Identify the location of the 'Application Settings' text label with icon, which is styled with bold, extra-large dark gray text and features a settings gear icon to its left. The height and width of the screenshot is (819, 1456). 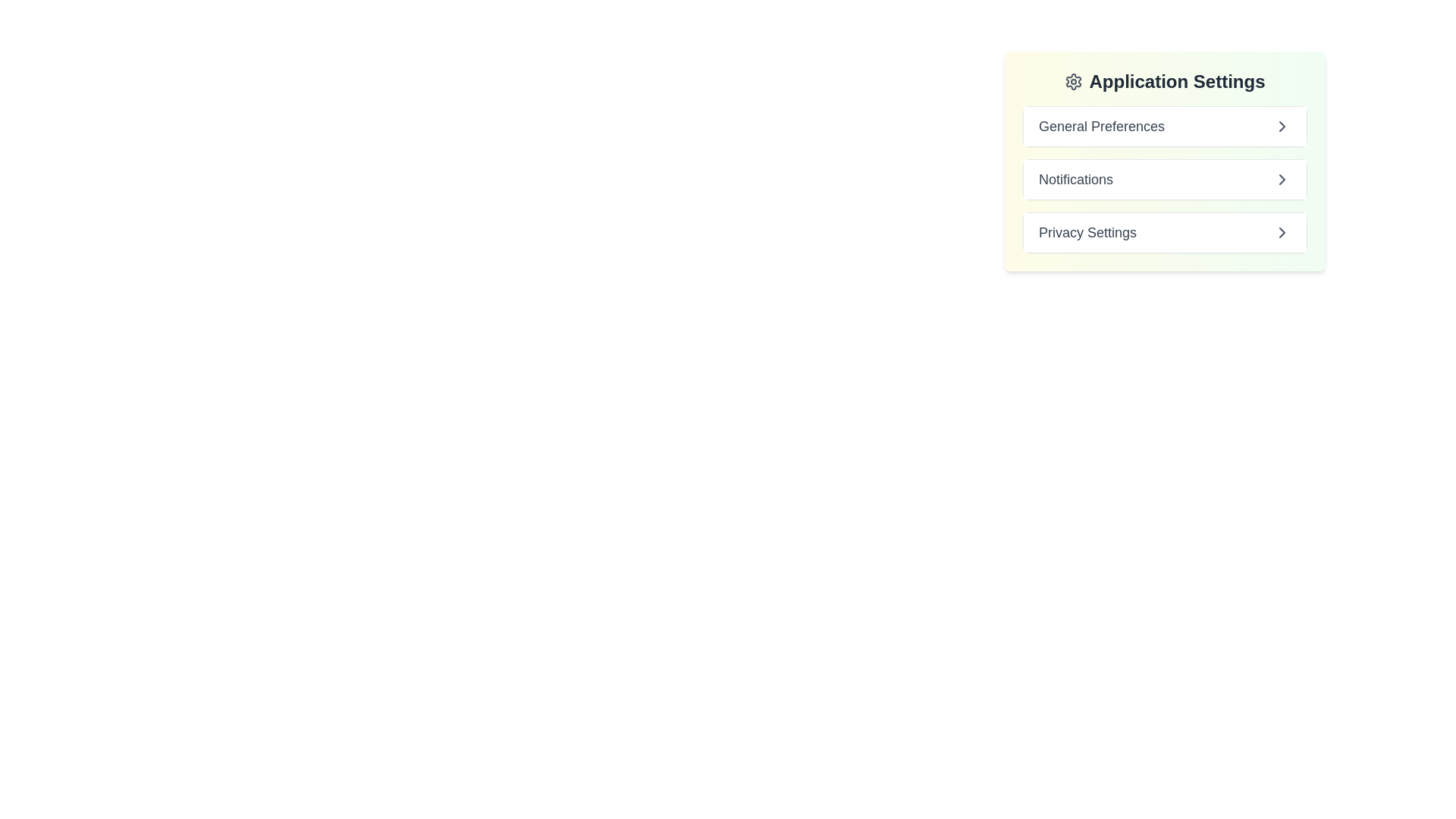
(1164, 82).